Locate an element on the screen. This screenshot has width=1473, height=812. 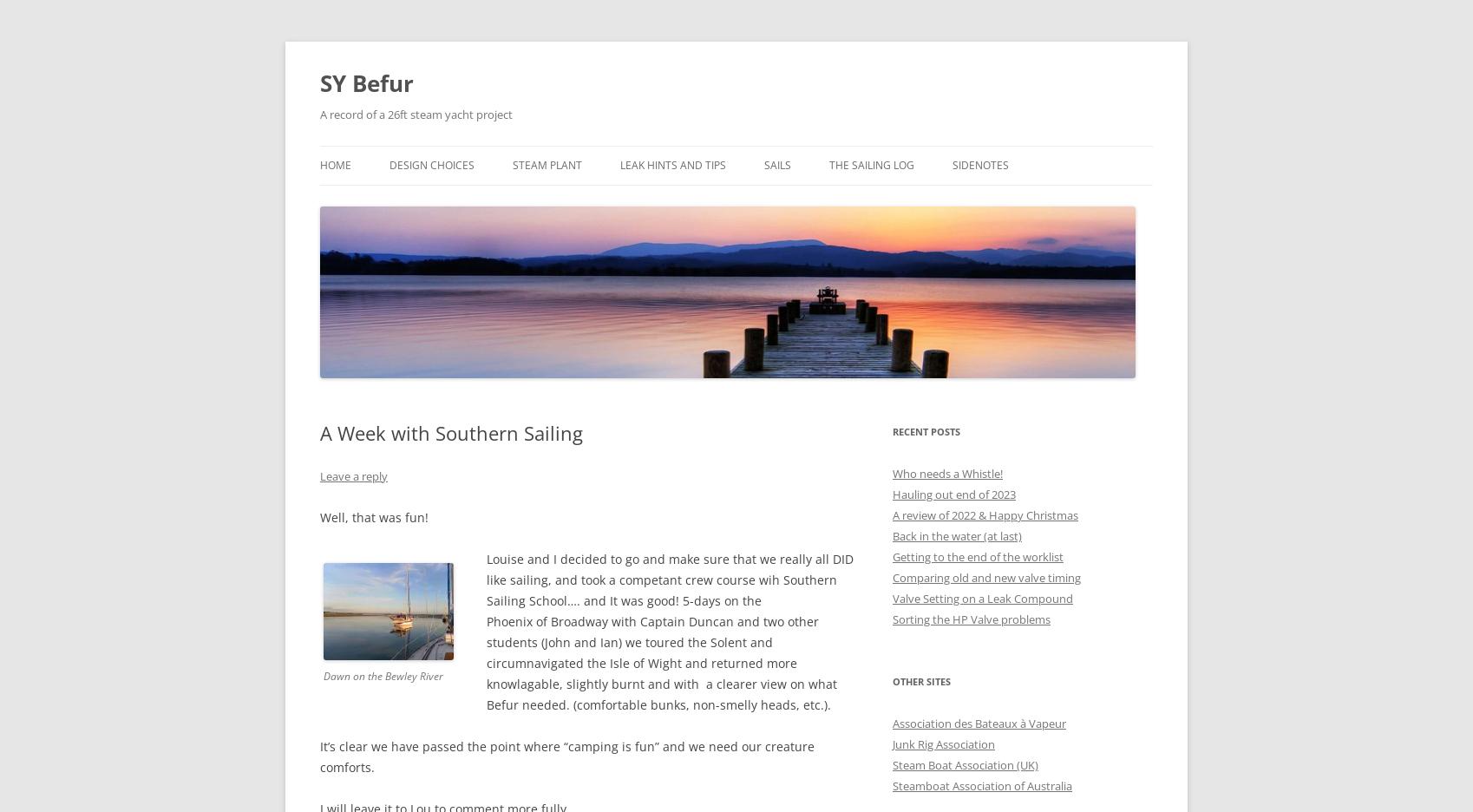
'Hauling out end of 2023' is located at coordinates (953, 494).